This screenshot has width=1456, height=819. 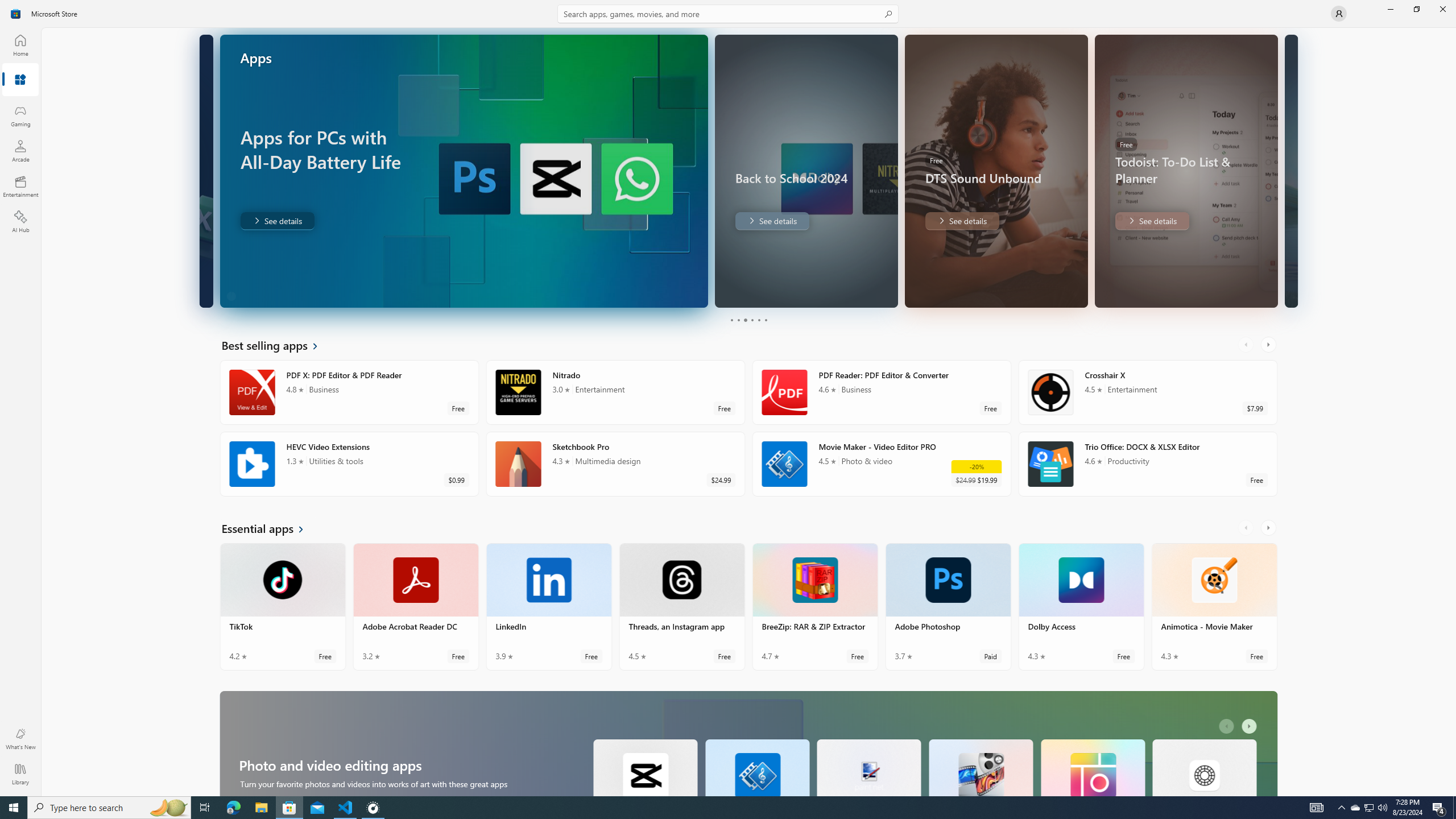 What do you see at coordinates (1290, 170) in the screenshot?
I see `'AutomationID: Image'` at bounding box center [1290, 170].